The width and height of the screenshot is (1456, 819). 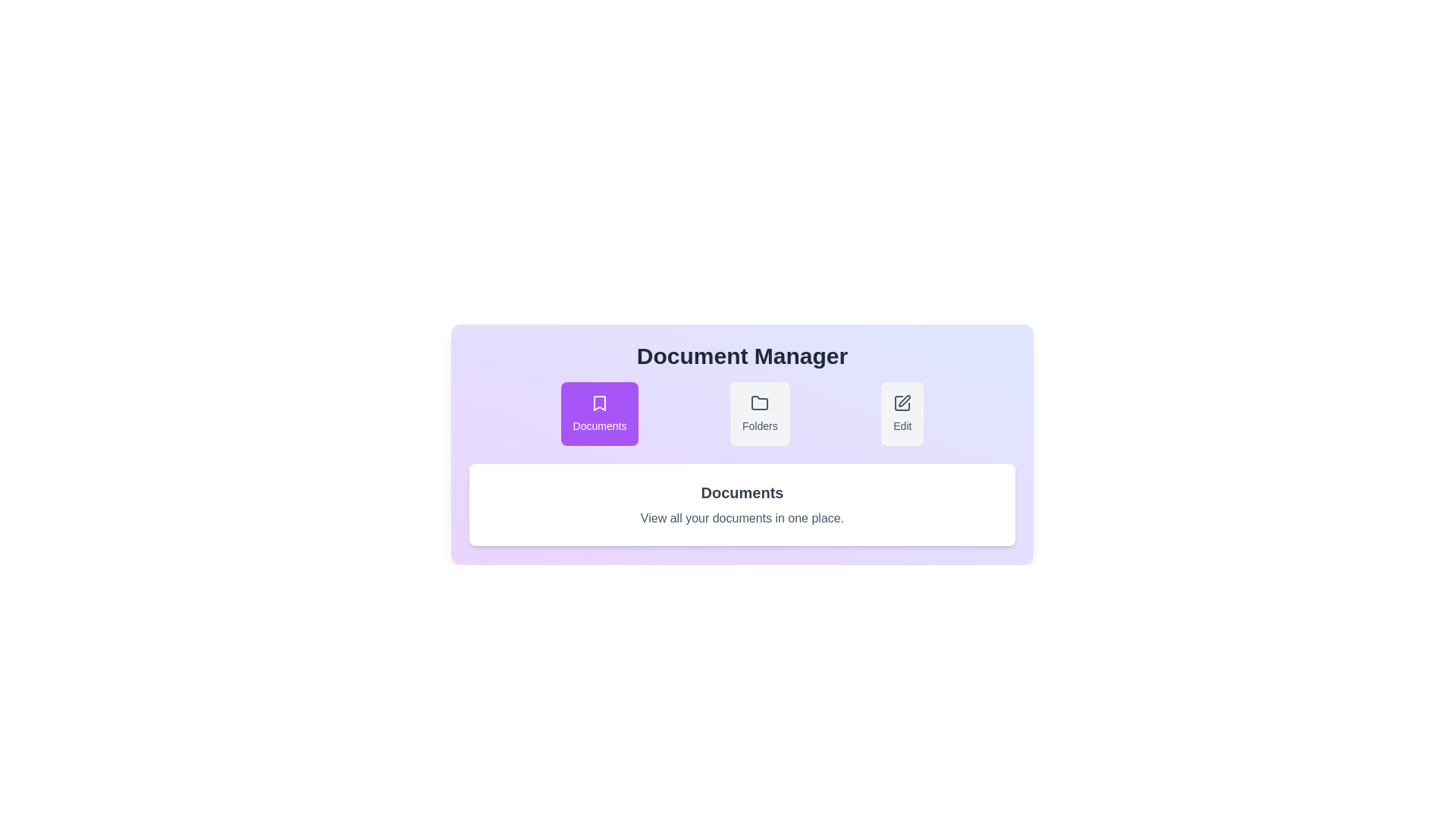 What do you see at coordinates (902, 403) in the screenshot?
I see `the pen icon over a square outline within the 'Edit' component` at bounding box center [902, 403].